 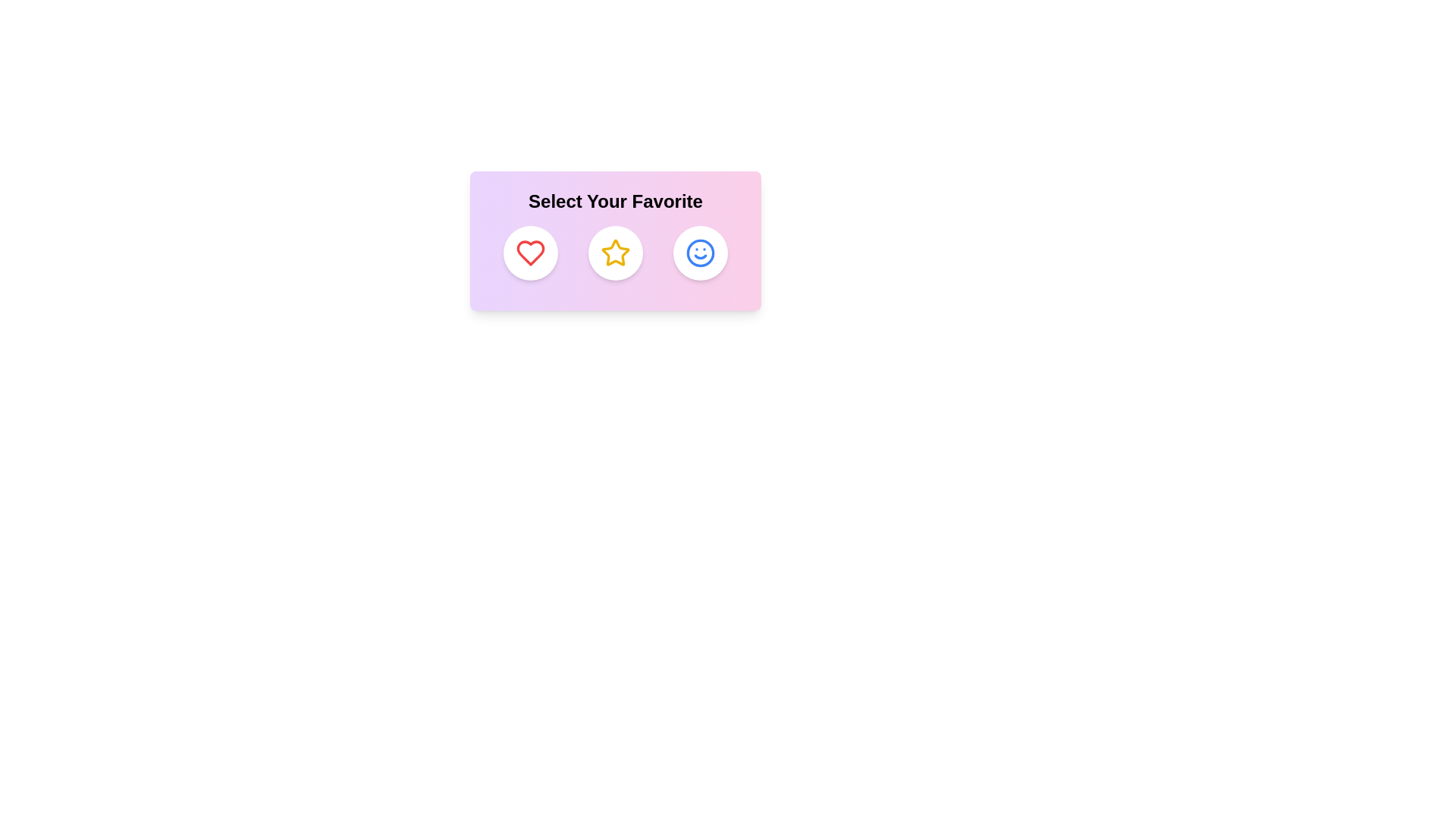 I want to click on the Smile icon to observe its hover effect, so click(x=700, y=253).